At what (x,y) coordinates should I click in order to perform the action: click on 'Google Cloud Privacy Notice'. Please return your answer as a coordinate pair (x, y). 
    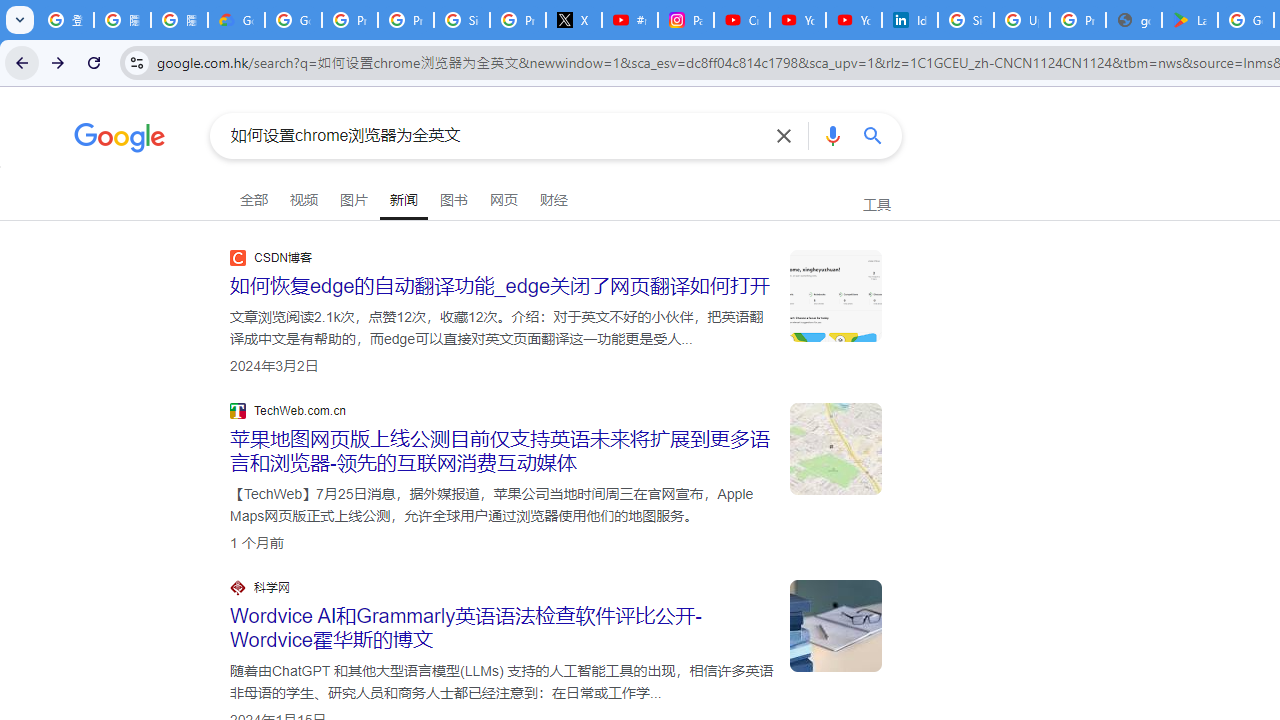
    Looking at the image, I should click on (236, 20).